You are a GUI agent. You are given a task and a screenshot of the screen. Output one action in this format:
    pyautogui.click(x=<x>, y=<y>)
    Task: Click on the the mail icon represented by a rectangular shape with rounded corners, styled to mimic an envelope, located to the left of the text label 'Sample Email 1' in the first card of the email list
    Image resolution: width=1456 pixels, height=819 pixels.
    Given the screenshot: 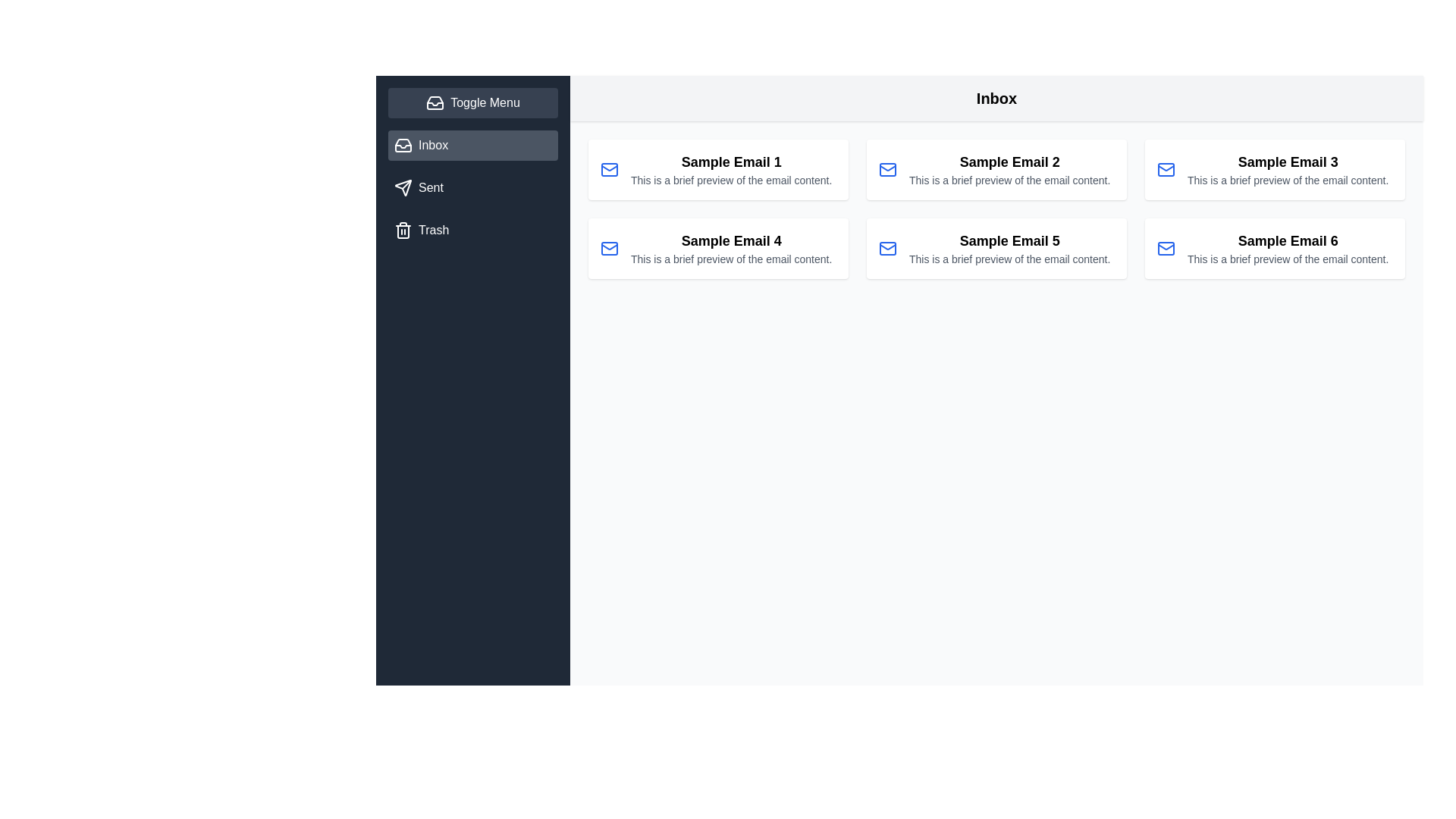 What is the action you would take?
    pyautogui.click(x=610, y=169)
    